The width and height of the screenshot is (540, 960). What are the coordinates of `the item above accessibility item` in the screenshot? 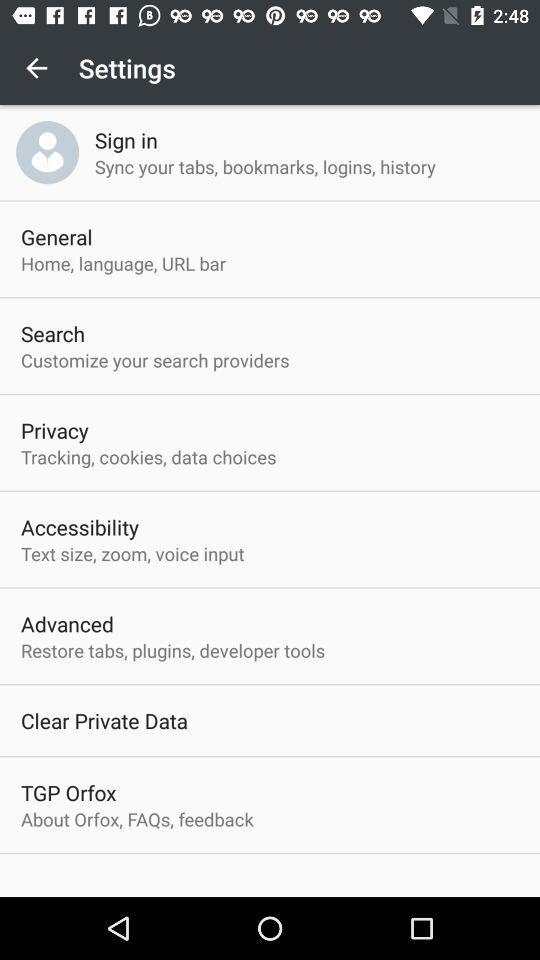 It's located at (147, 457).